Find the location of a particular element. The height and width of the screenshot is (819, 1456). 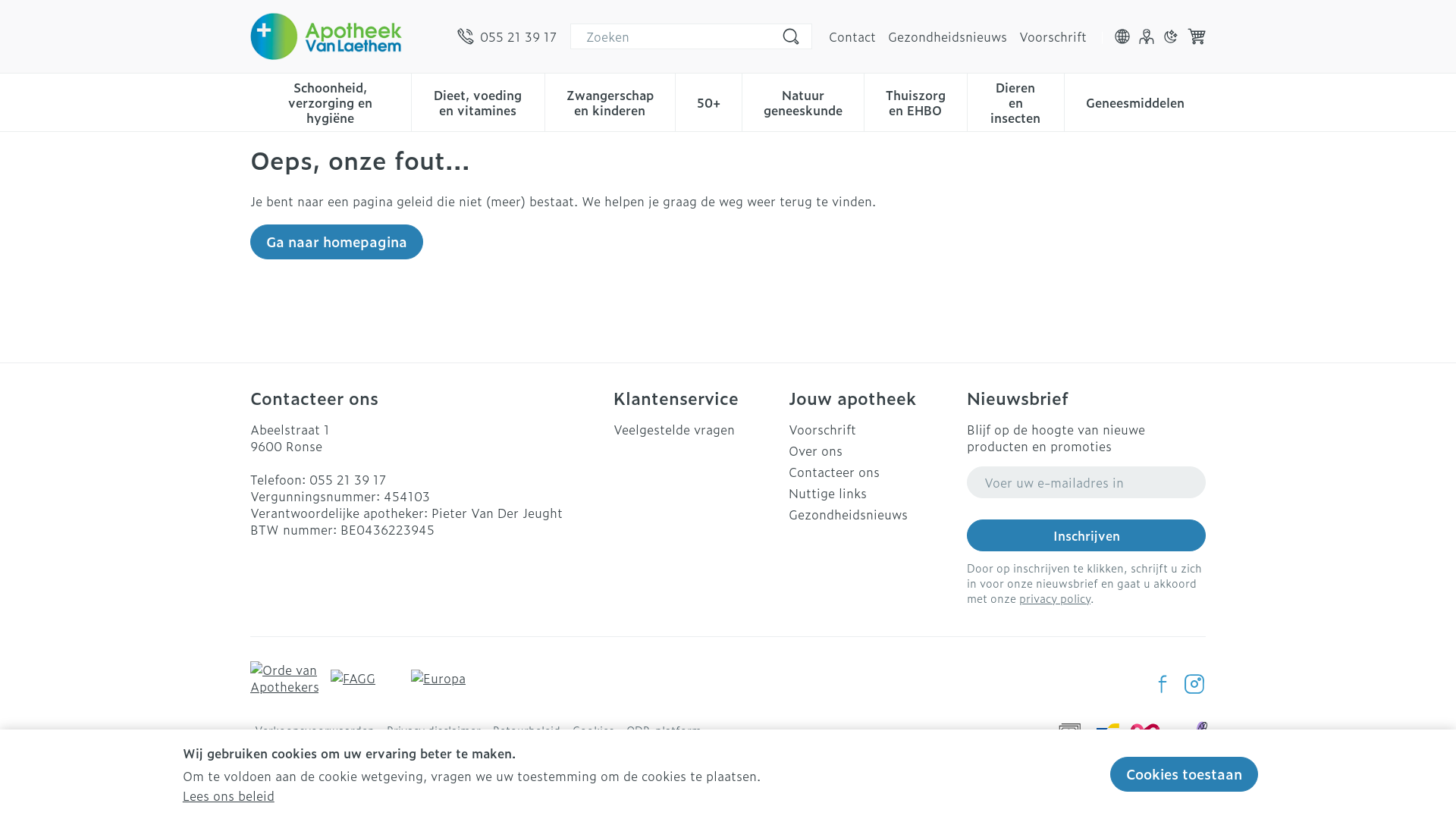

'50+' is located at coordinates (708, 100).